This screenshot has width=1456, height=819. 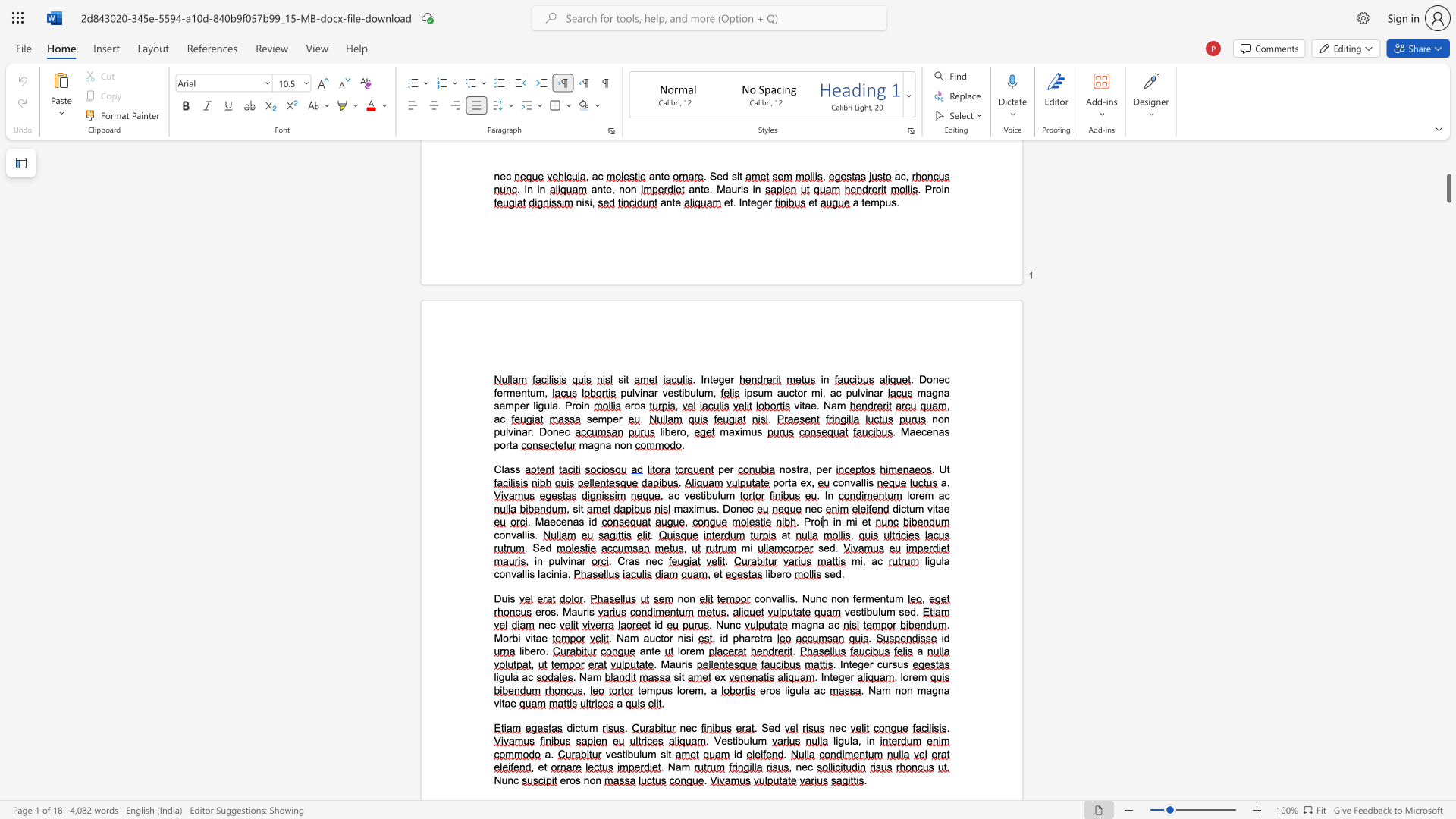 What do you see at coordinates (817, 598) in the screenshot?
I see `the 2th character "n" in the text` at bounding box center [817, 598].